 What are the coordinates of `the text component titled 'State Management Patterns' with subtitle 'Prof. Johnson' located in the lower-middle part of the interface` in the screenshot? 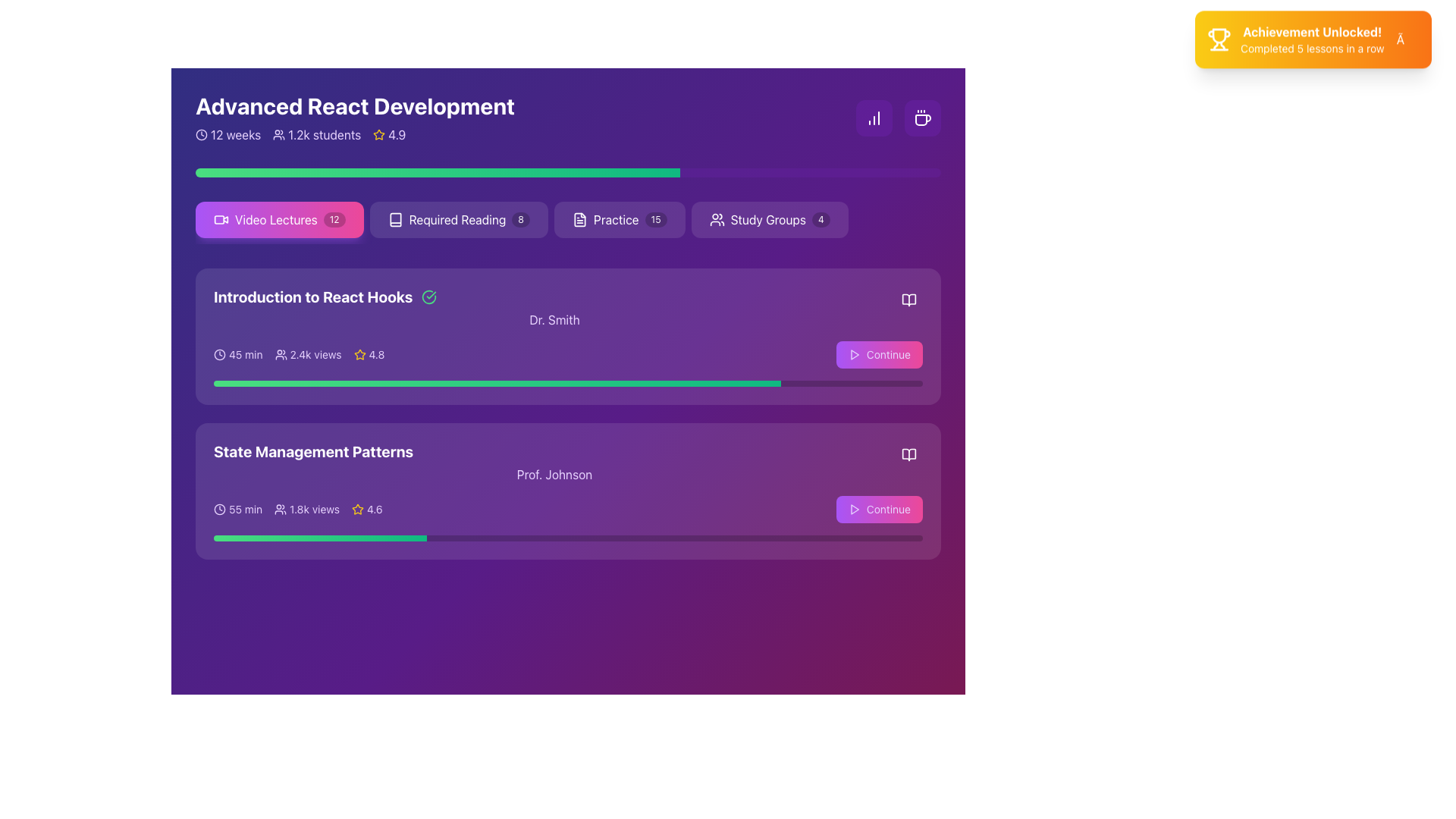 It's located at (567, 461).